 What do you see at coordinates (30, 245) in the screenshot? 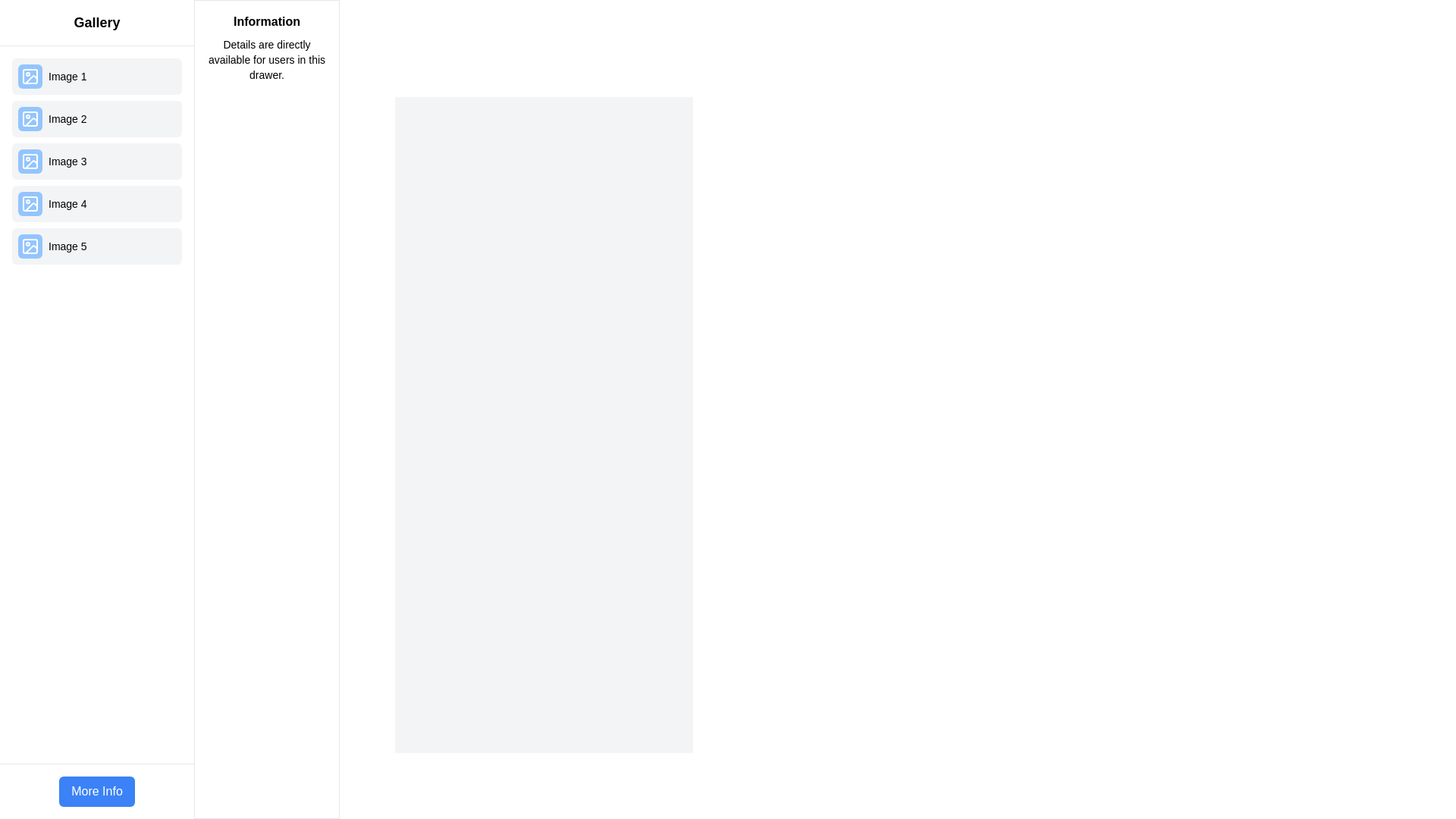
I see `the icon representing the fifth image in the vertical list under the 'Gallery' section` at bounding box center [30, 245].